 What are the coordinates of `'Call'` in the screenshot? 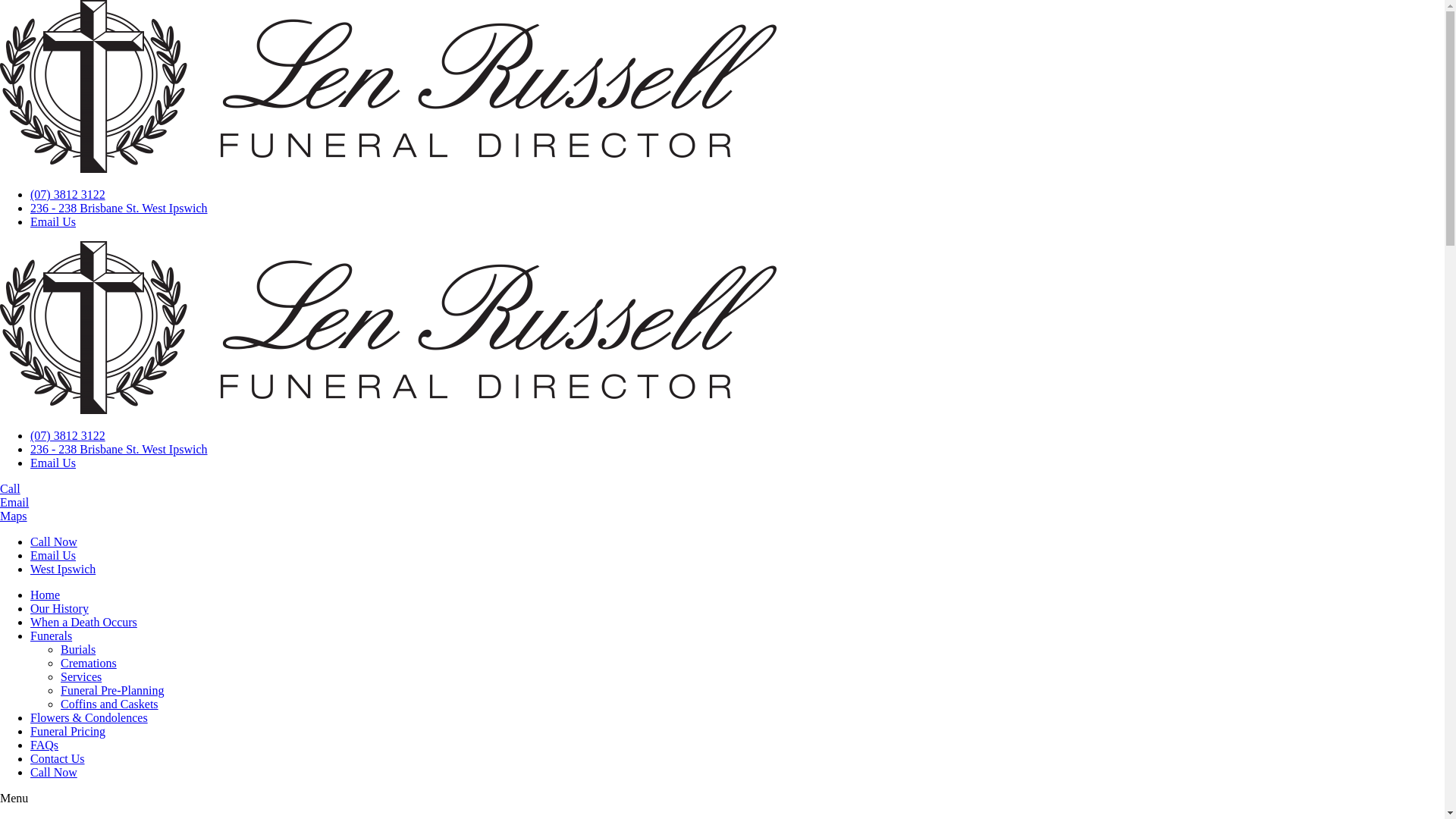 It's located at (10, 488).